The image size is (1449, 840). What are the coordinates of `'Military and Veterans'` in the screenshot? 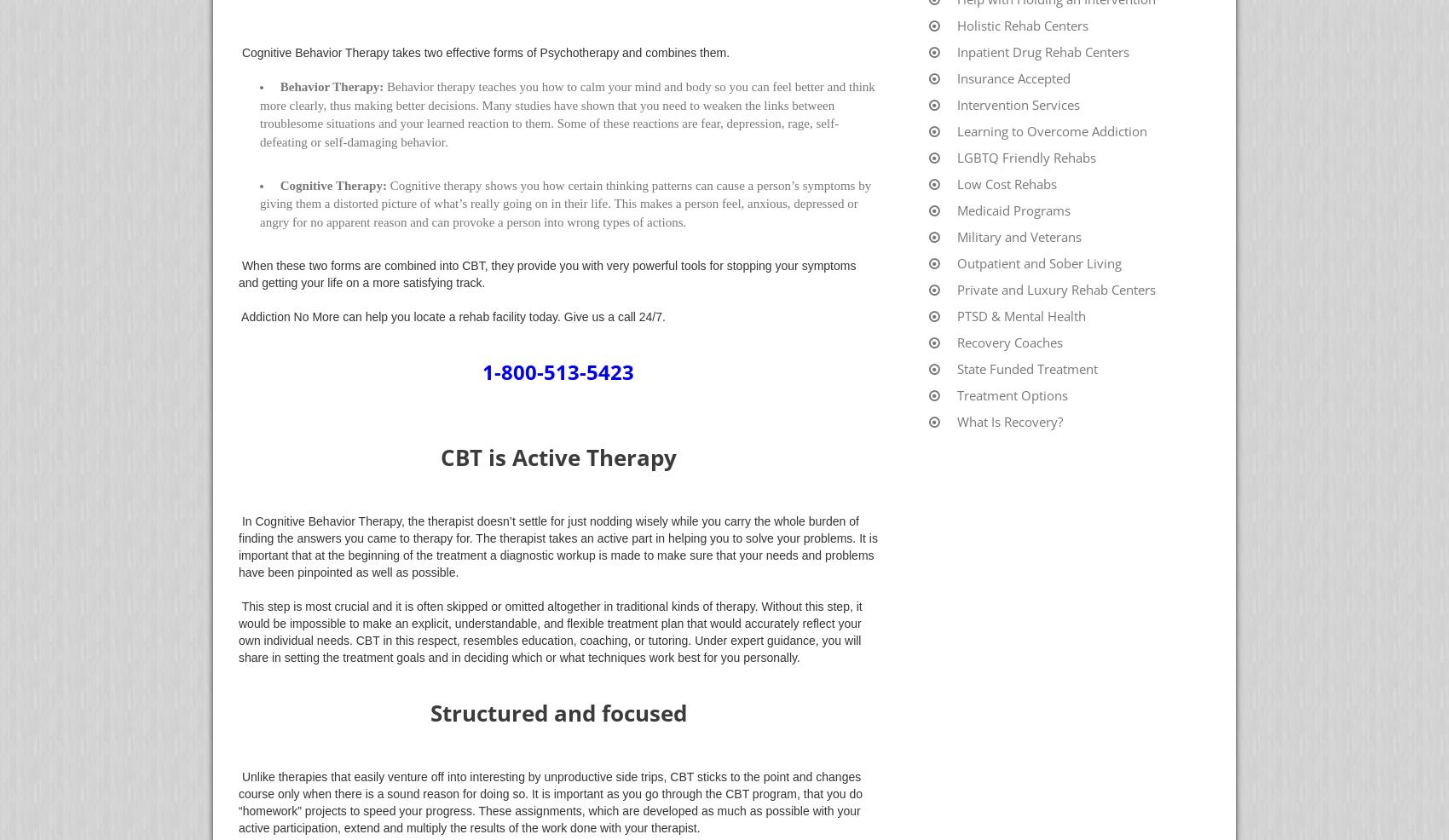 It's located at (957, 235).